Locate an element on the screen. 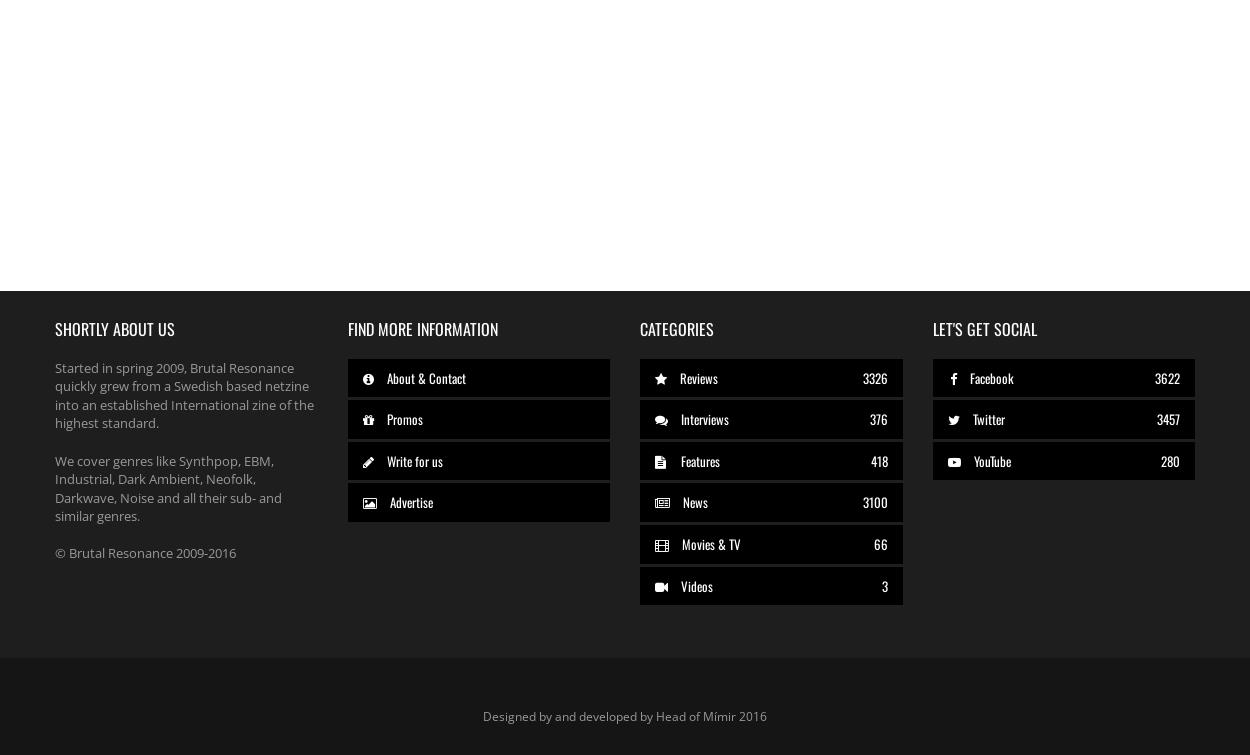 Image resolution: width=1250 pixels, height=755 pixels. '2016' is located at coordinates (751, 715).